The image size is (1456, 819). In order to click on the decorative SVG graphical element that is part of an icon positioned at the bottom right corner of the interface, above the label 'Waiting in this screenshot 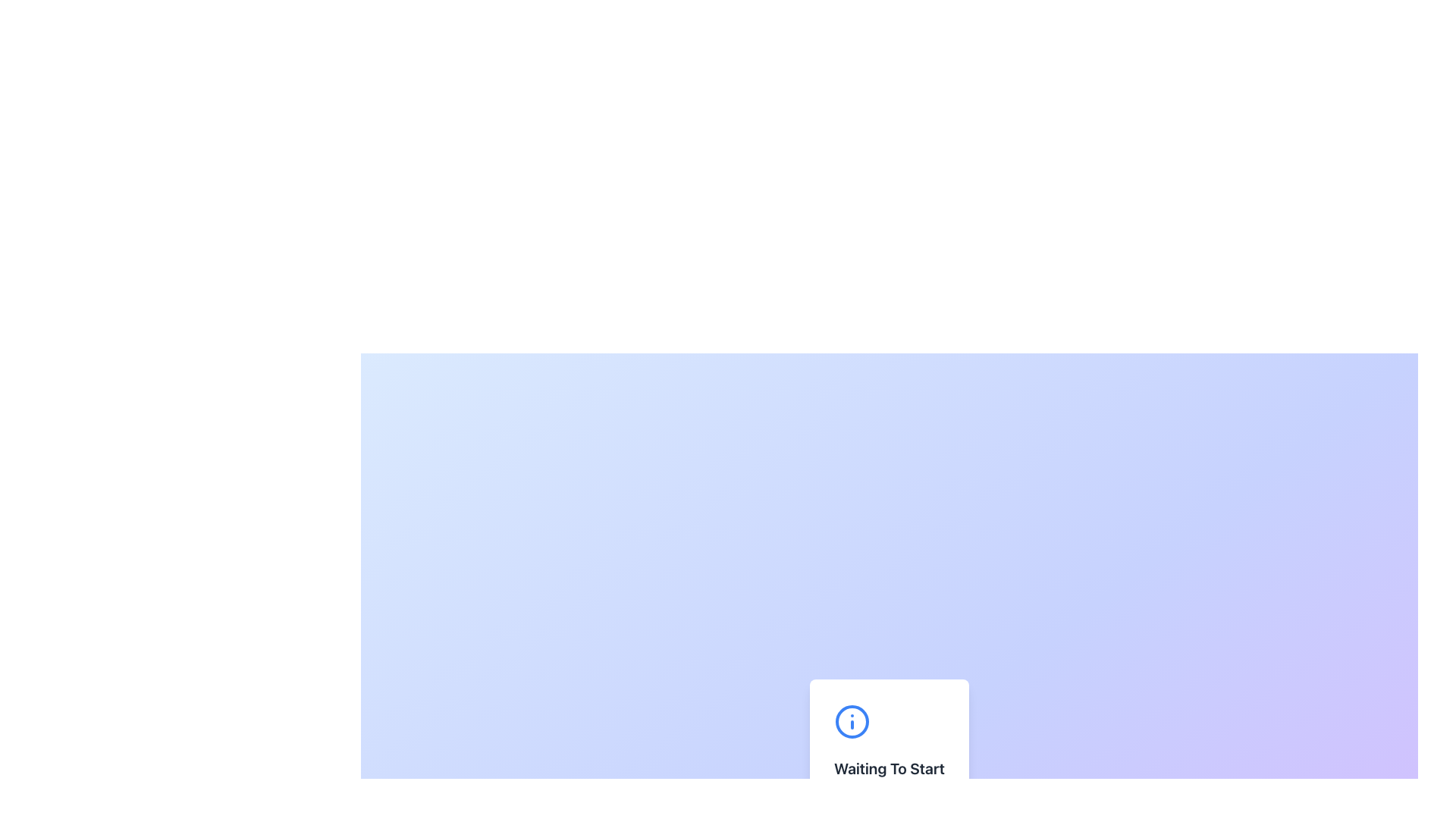, I will do `click(852, 721)`.